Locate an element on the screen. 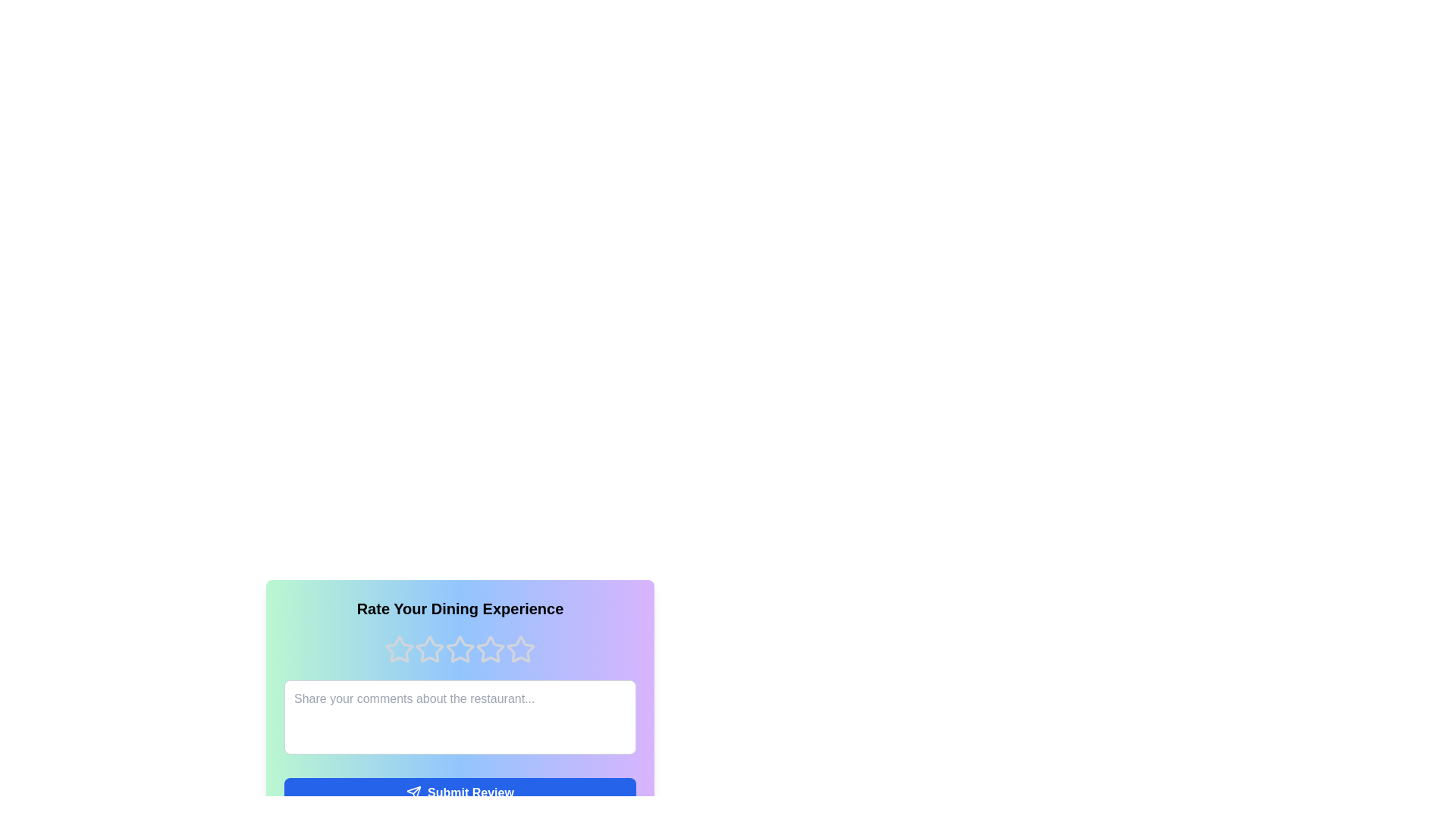 This screenshot has width=1456, height=819. the fifth star icon is located at coordinates (520, 648).